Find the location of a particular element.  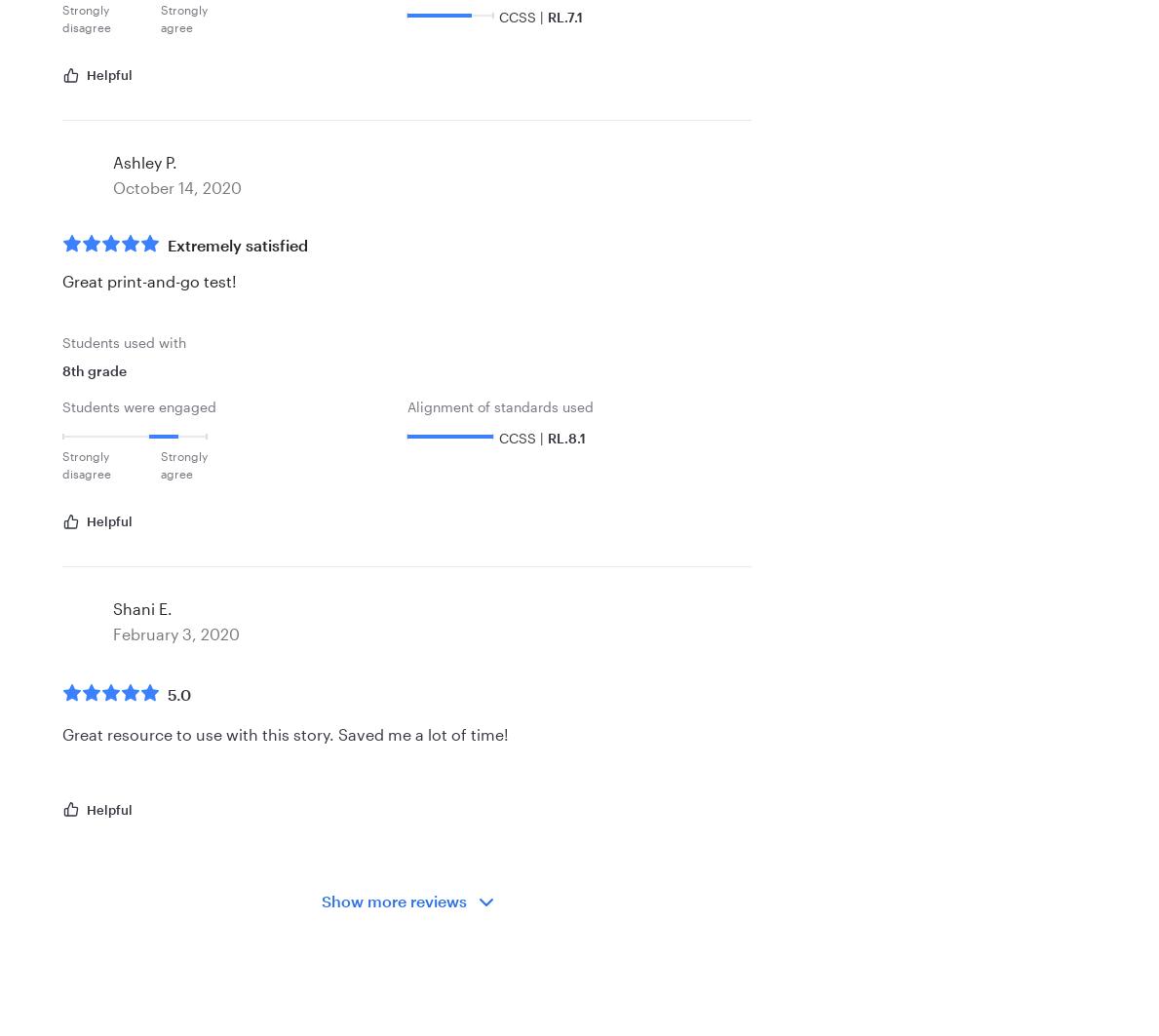

'Show more reviews' is located at coordinates (321, 900).